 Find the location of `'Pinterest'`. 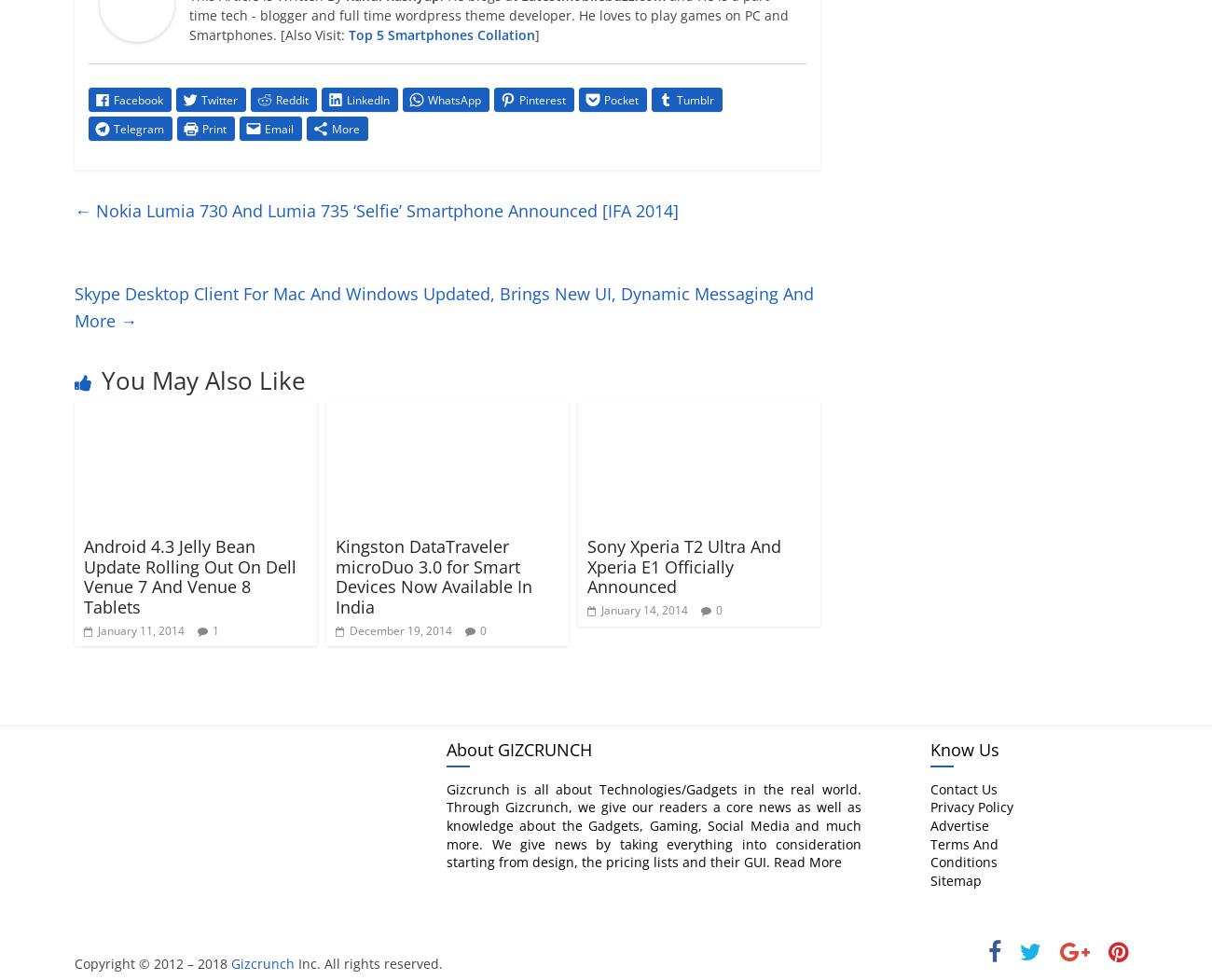

'Pinterest' is located at coordinates (542, 99).